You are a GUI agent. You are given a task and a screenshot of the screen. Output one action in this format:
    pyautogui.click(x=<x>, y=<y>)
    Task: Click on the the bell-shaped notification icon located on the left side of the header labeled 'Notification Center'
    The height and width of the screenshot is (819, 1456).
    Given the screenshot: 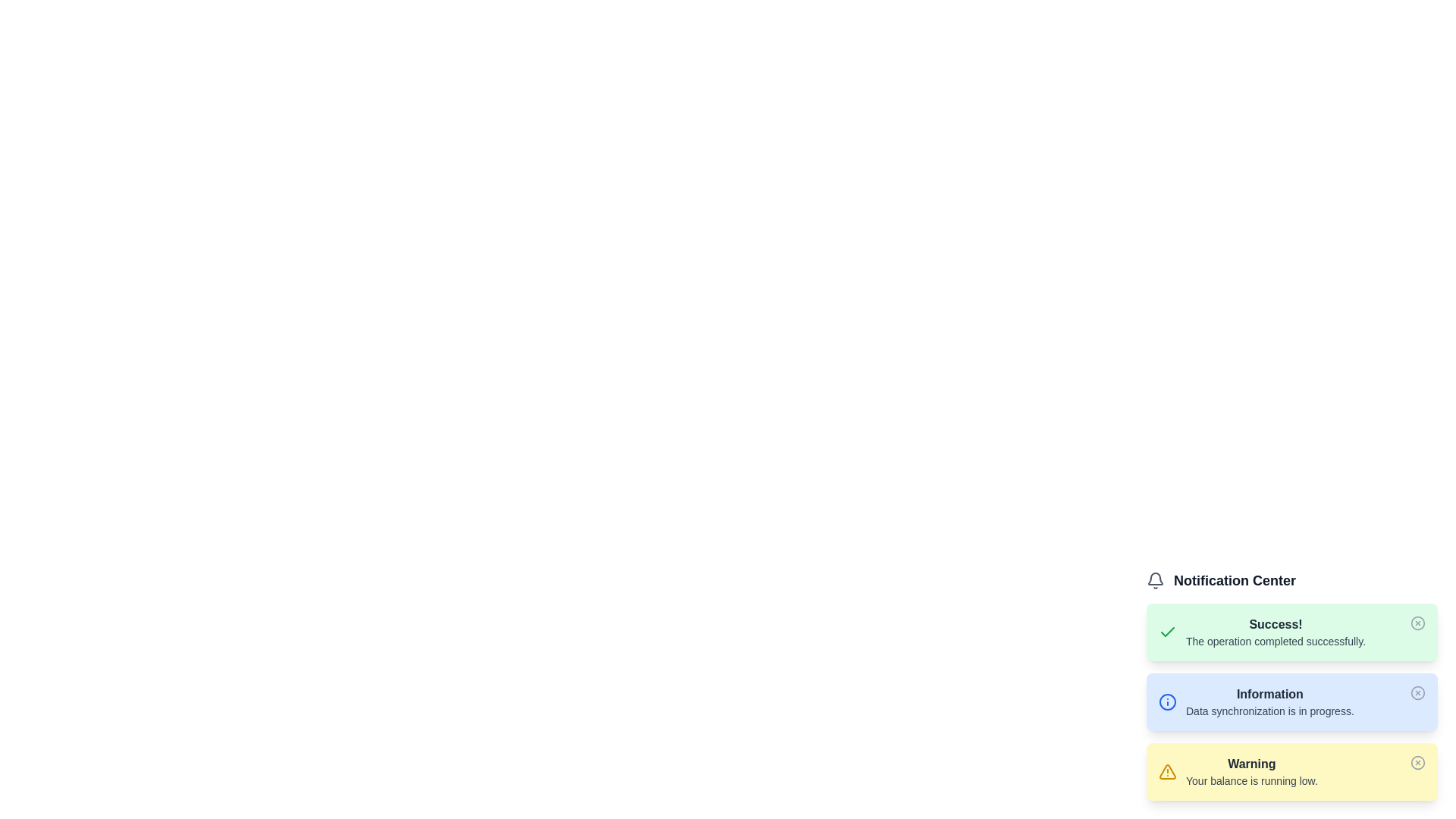 What is the action you would take?
    pyautogui.click(x=1154, y=580)
    